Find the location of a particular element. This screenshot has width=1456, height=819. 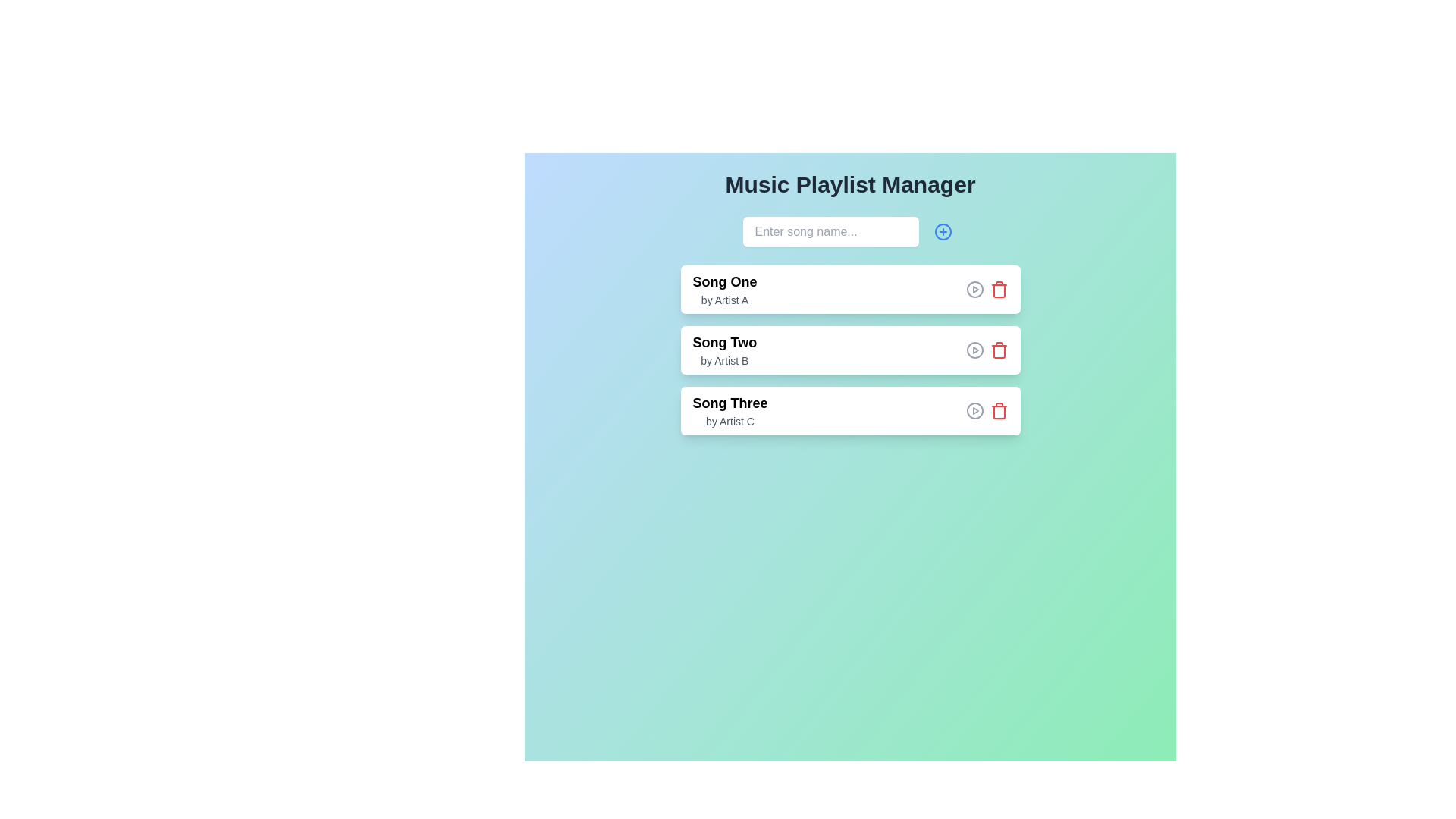

the trash bin icon, which is the second trash bin from the top is located at coordinates (999, 350).